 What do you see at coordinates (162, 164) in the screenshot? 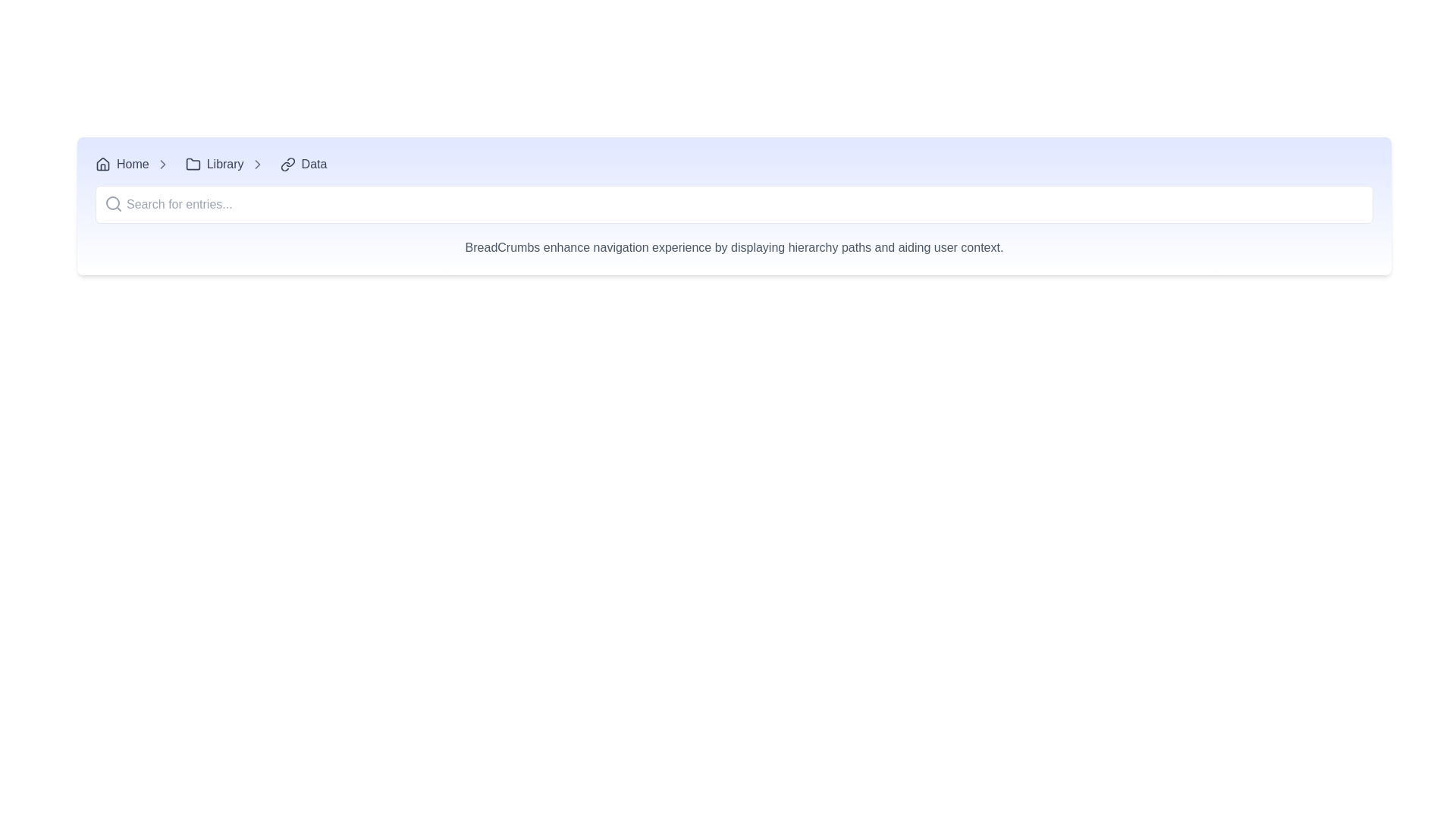
I see `the visual delimiter icon in the breadcrumb navigation that separates 'Home' and 'Library'` at bounding box center [162, 164].